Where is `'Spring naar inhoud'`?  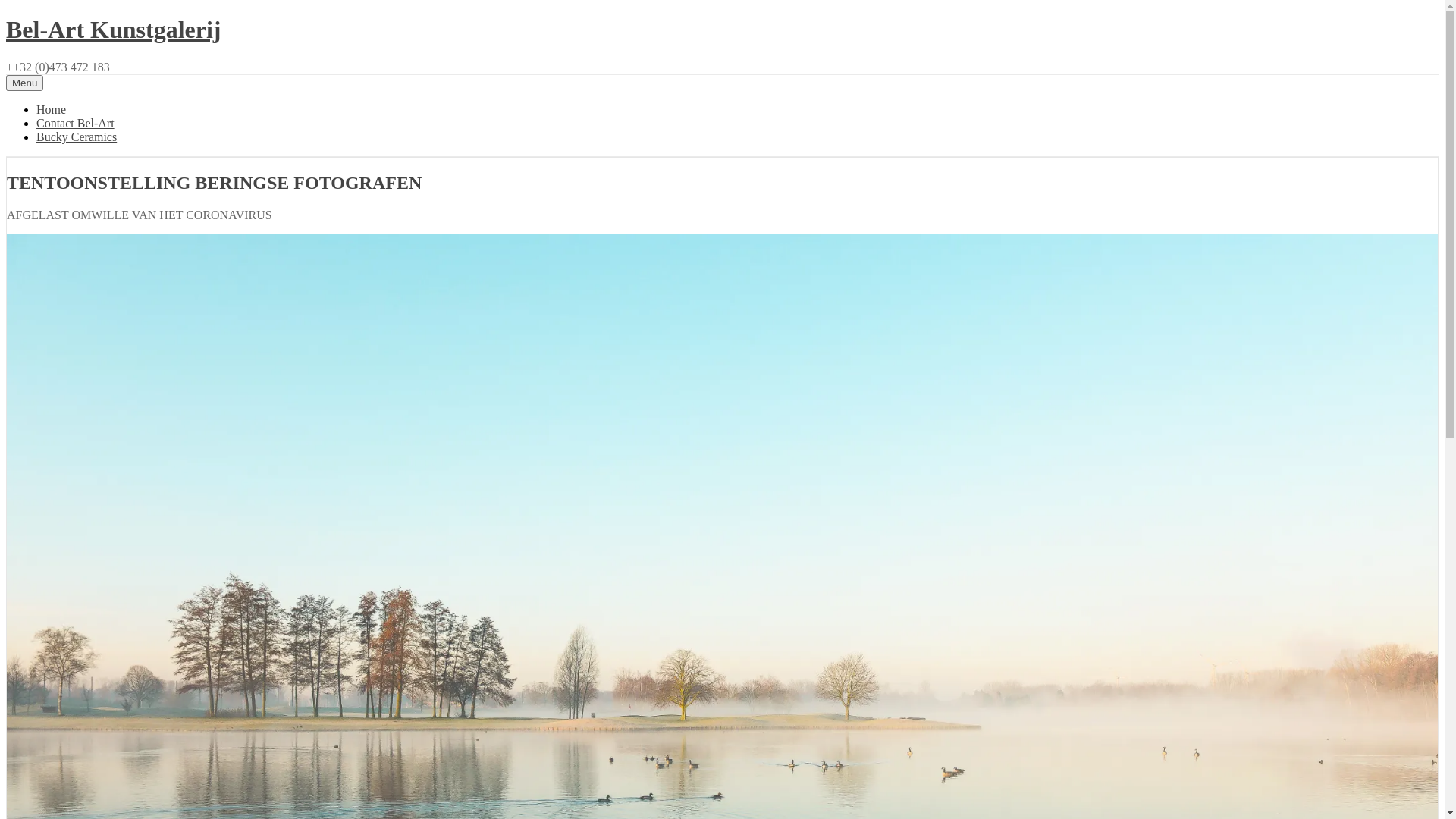
'Spring naar inhoud' is located at coordinates (5, 15).